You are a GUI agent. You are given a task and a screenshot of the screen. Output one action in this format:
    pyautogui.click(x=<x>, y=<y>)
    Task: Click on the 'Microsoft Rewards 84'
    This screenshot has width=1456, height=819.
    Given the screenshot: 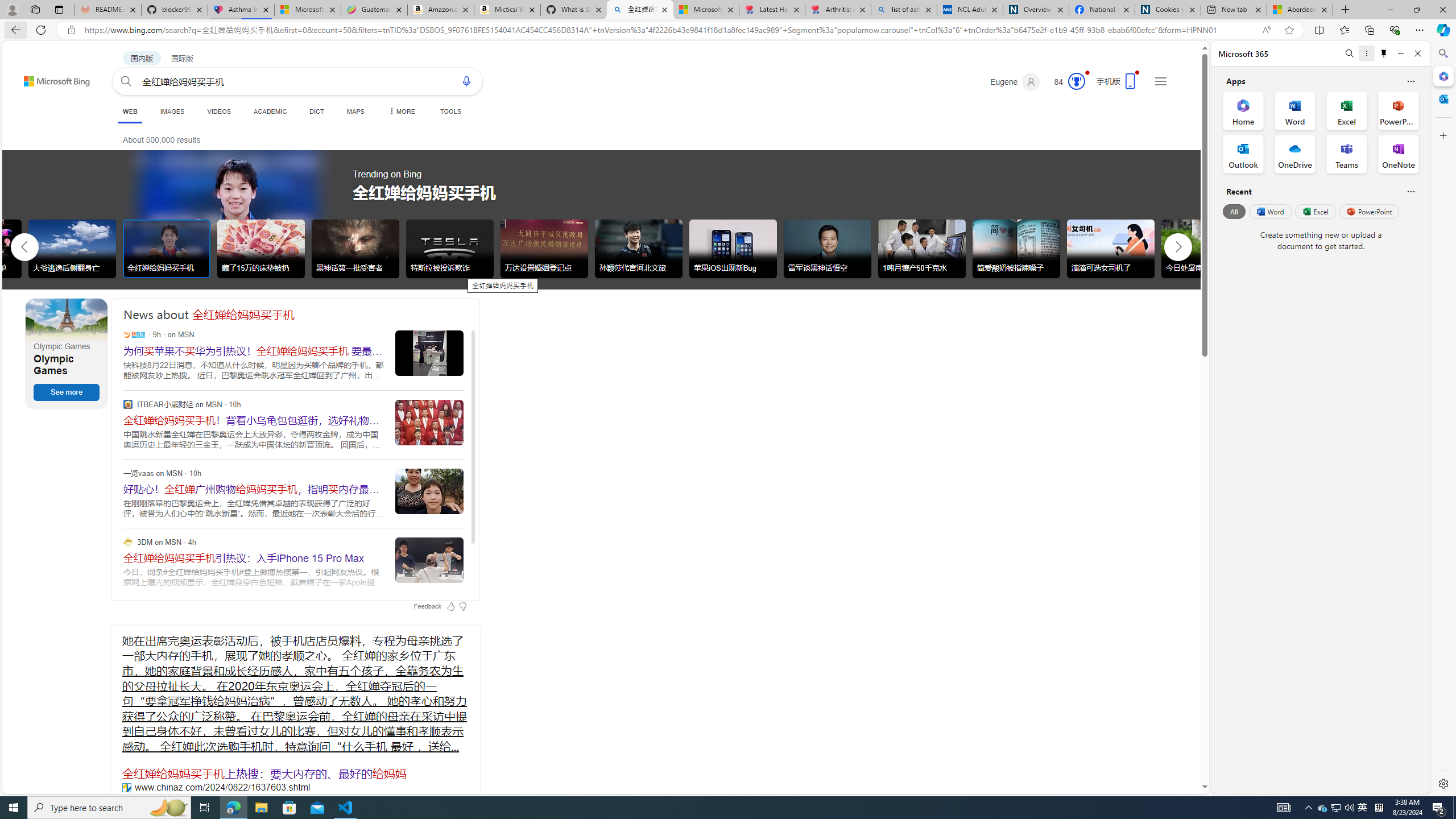 What is the action you would take?
    pyautogui.click(x=1065, y=81)
    